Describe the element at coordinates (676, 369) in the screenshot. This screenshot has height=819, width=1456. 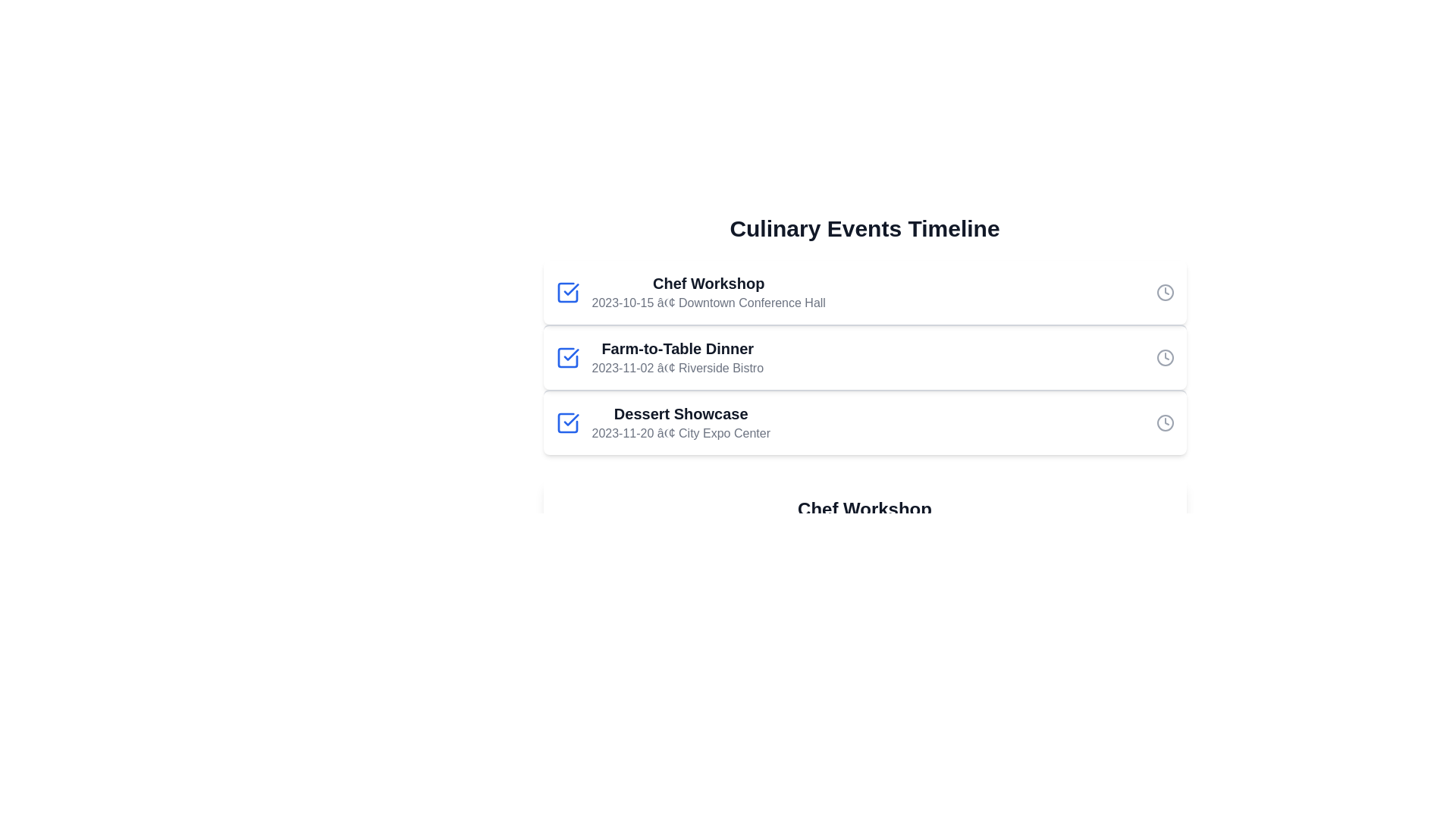
I see `the static text displaying the date '2023-11-02' and 'â€¢ Riverside Bistro', which is centrally positioned below 'Farm-to-Table Dinner' in the list of events` at that location.